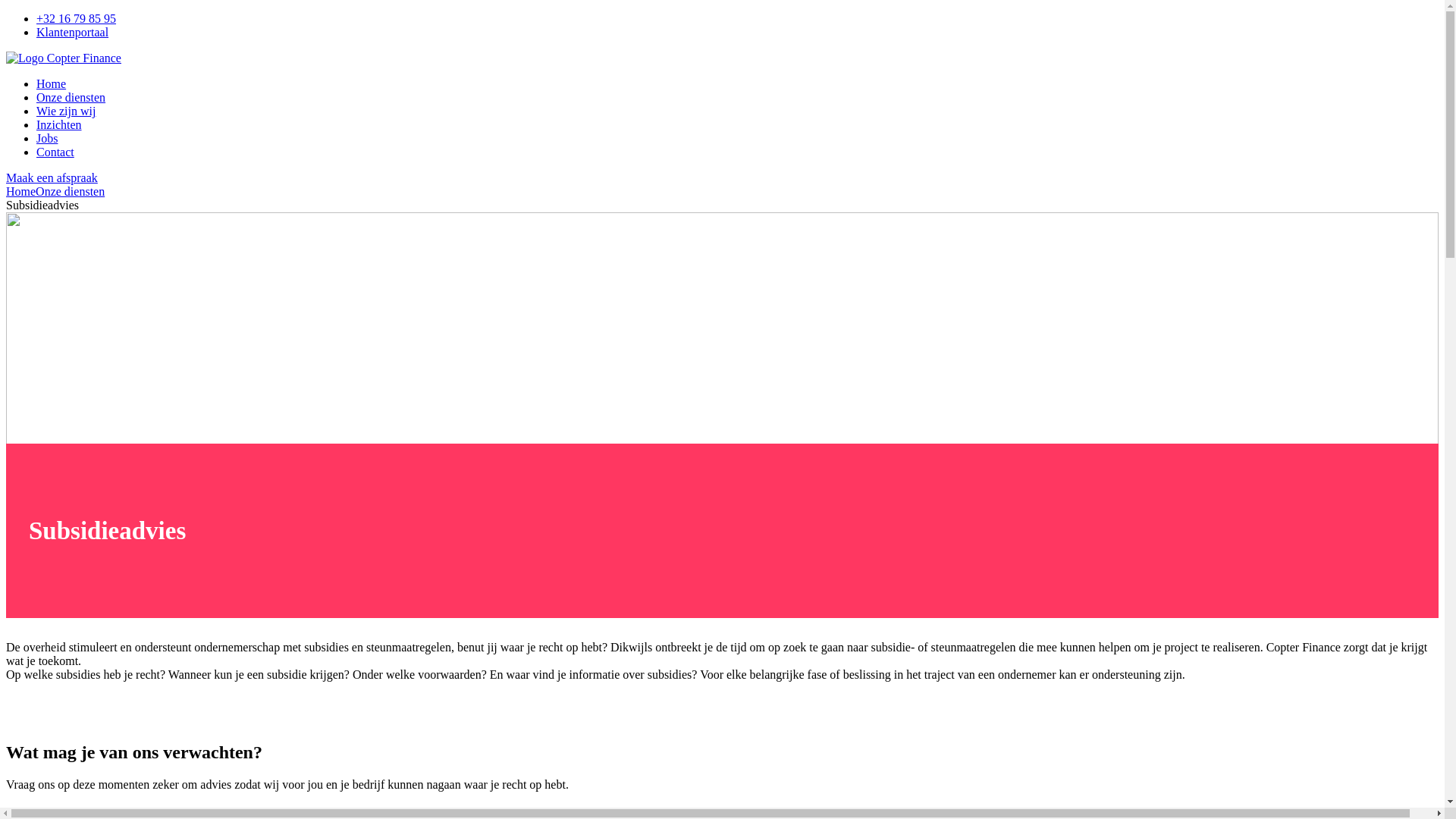 This screenshot has height=819, width=1456. Describe the element at coordinates (47, 138) in the screenshot. I see `'Jobs'` at that location.